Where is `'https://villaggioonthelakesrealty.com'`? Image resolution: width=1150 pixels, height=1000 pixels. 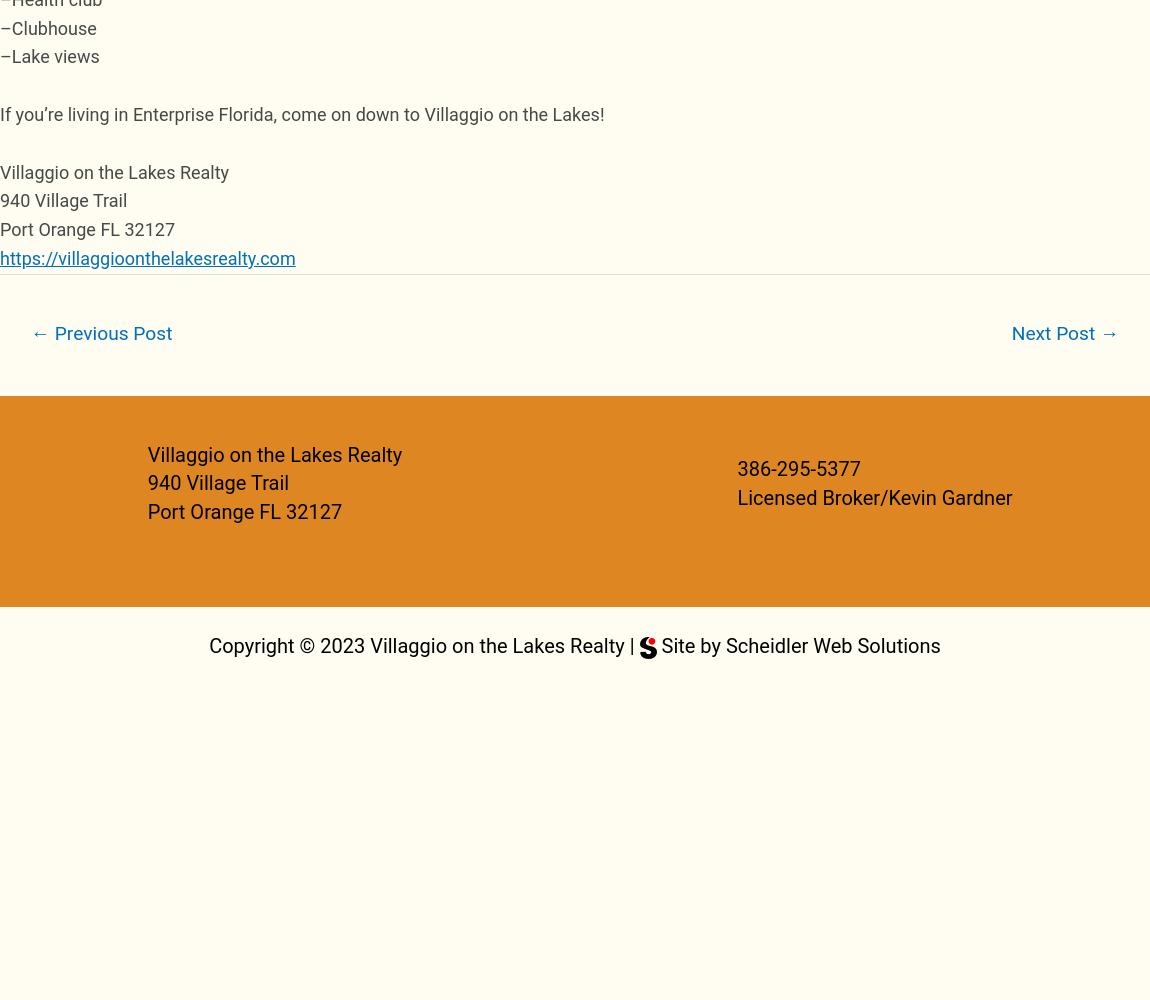 'https://villaggioonthelakesrealty.com' is located at coordinates (146, 257).